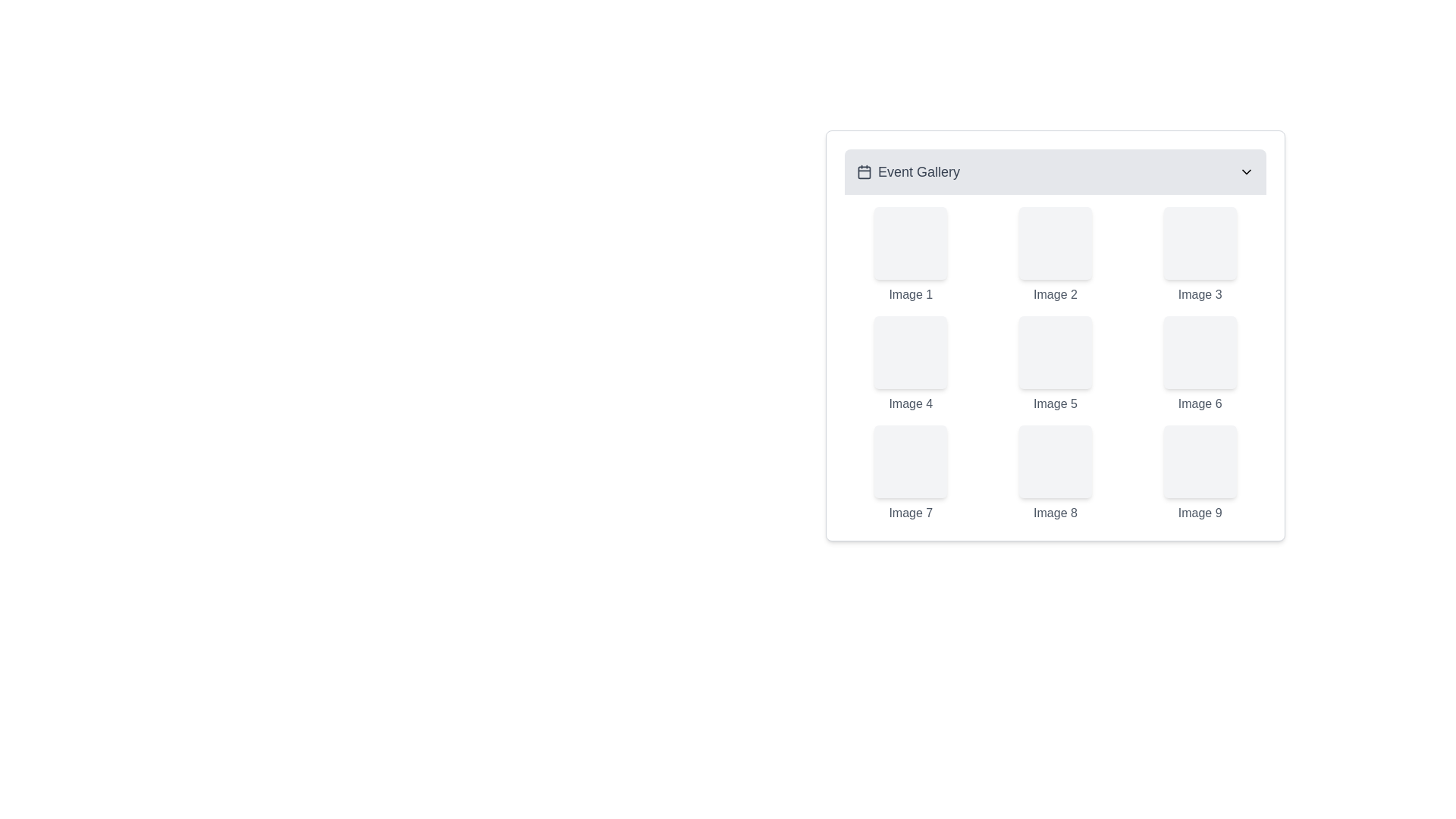 The width and height of the screenshot is (1456, 819). What do you see at coordinates (910, 295) in the screenshot?
I see `the text of the static label located under the 'Event Gallery' header, in the top-left grid cell, for copying` at bounding box center [910, 295].